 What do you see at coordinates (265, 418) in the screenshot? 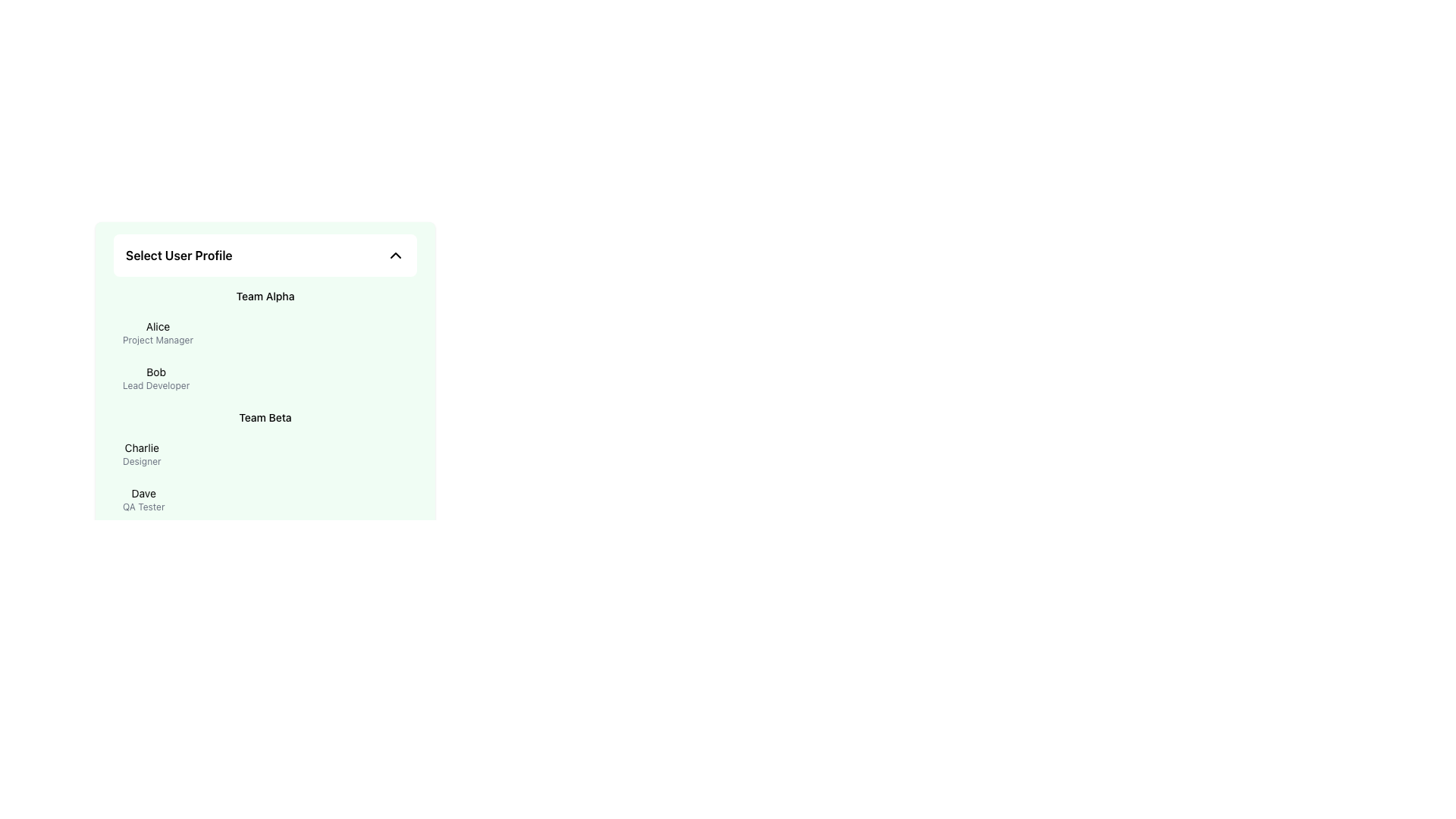
I see `the text label displaying 'Team Beta' in bold black font on a light green background, positioned centrally beneath 'Team Alpha'` at bounding box center [265, 418].